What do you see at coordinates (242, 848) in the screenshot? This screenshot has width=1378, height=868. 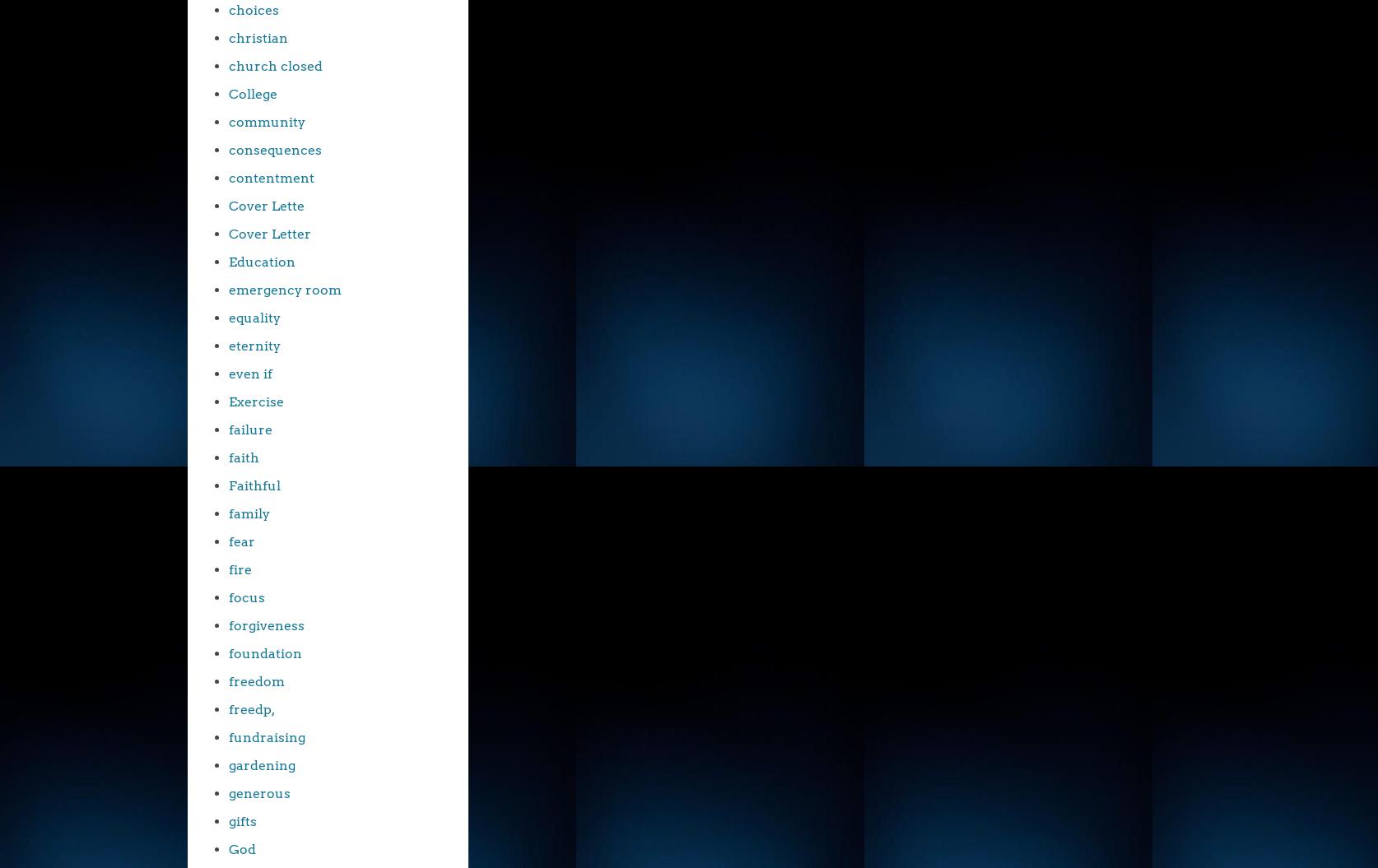 I see `'God'` at bounding box center [242, 848].